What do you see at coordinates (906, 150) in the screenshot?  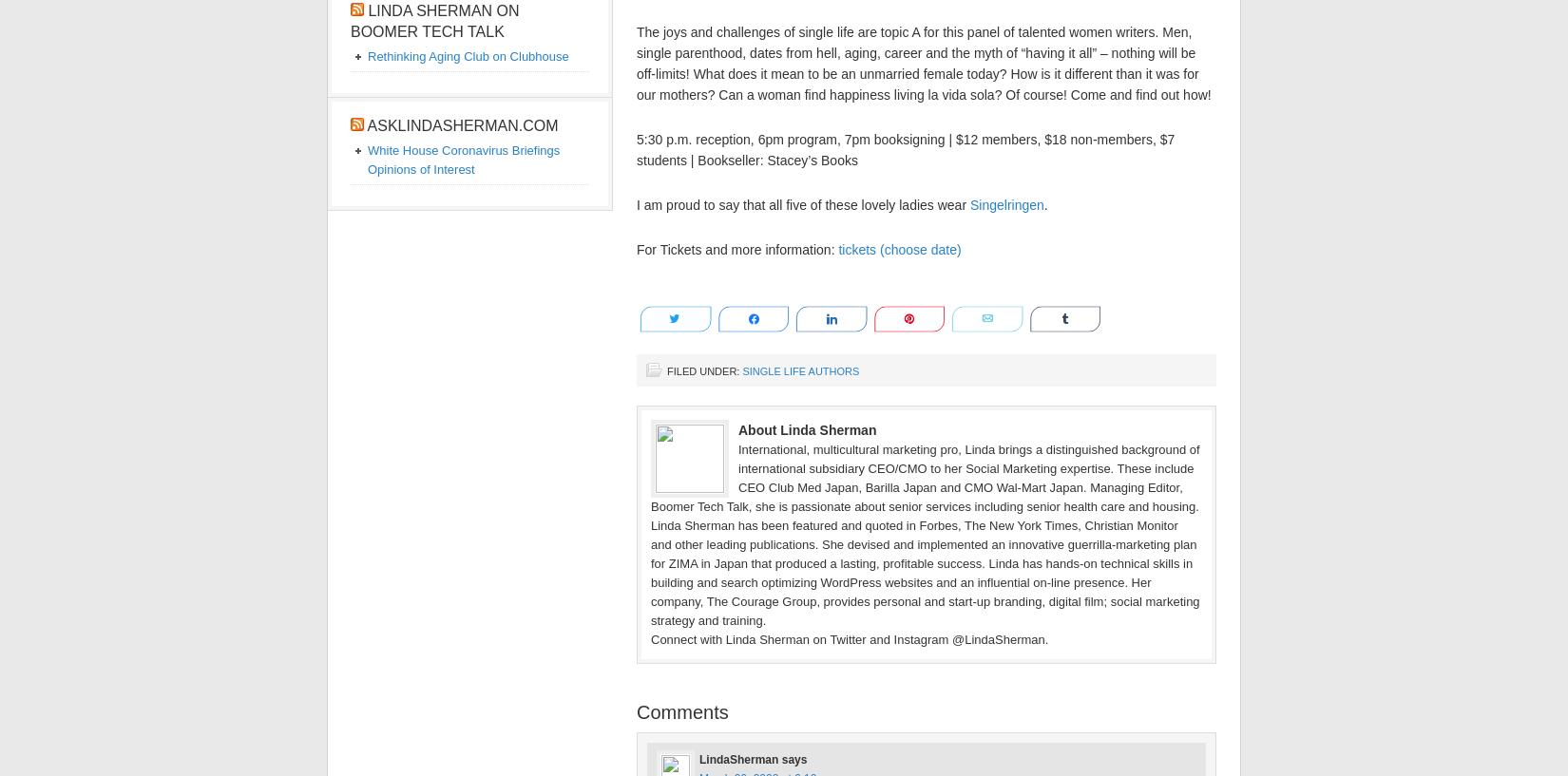 I see `'5:30 p.m. reception, 6pm program, 7pm booksigning | $12 members, $18 non-members, $7 students | Bookseller: Stacey’s Books'` at bounding box center [906, 150].